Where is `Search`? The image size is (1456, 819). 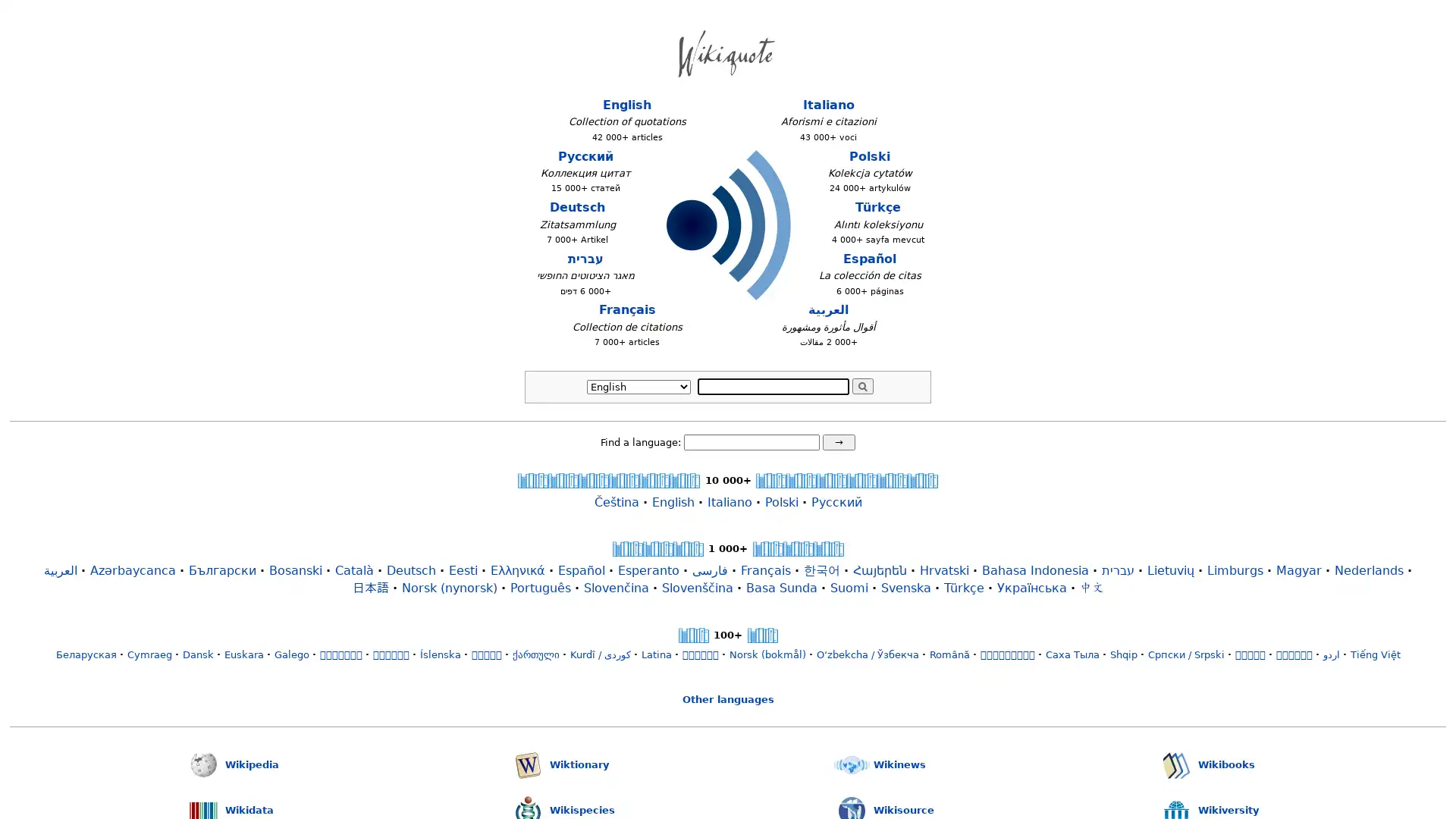 Search is located at coordinates (862, 385).